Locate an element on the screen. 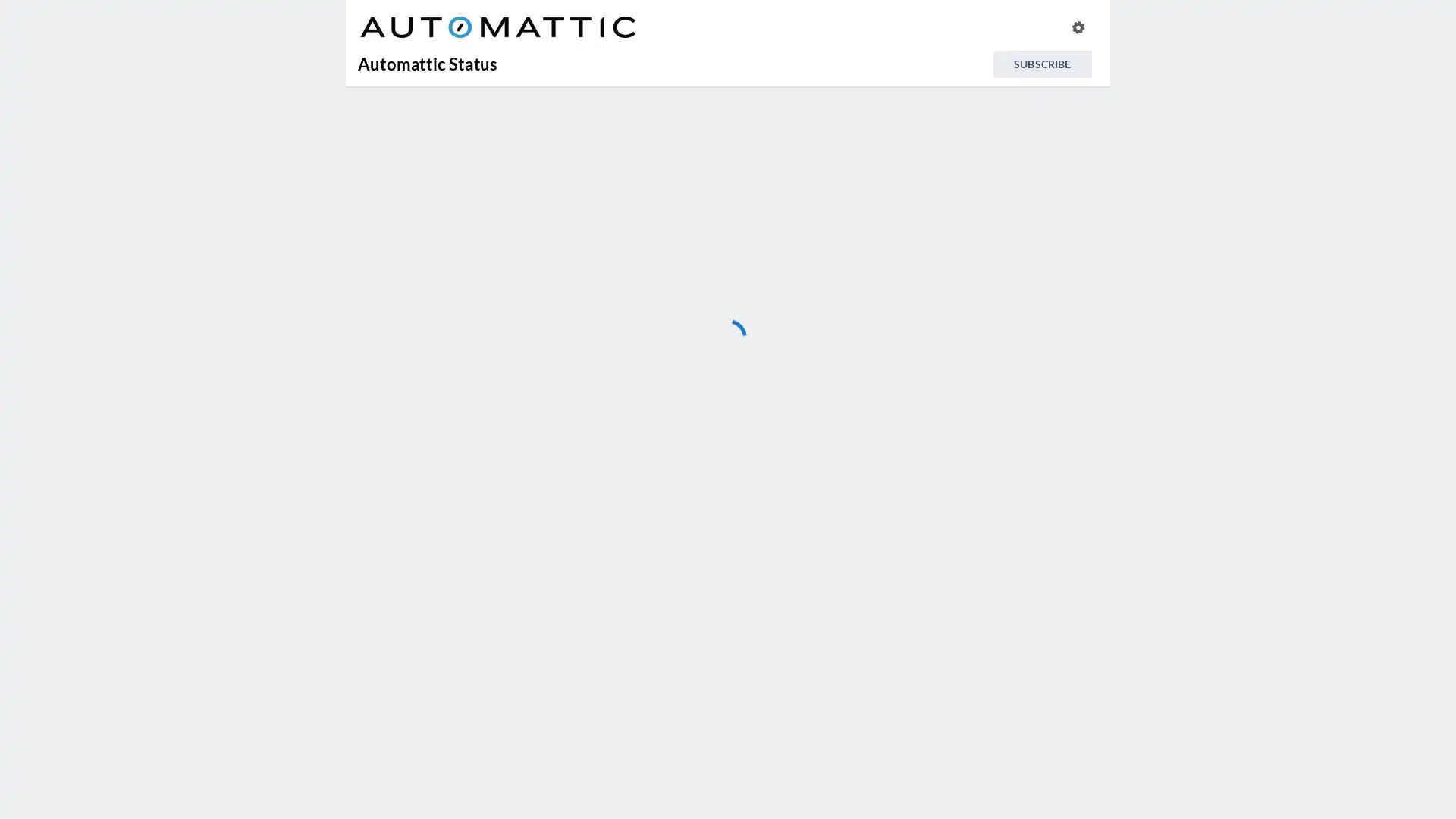 Image resolution: width=1456 pixels, height=819 pixels. Cloudup Response Time : 368 ms is located at coordinates (635, 315).